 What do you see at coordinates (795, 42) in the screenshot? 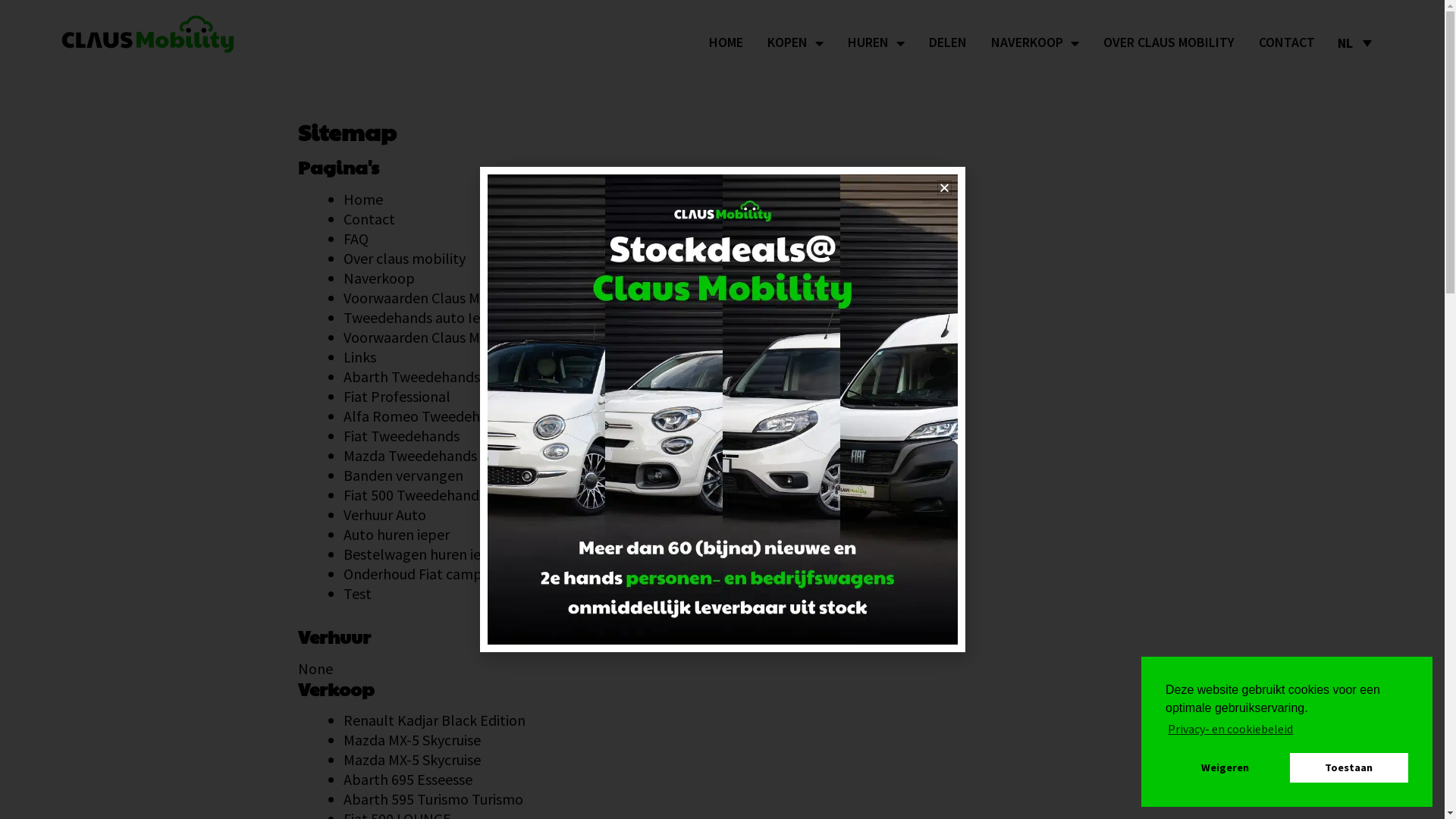
I see `'KOPEN'` at bounding box center [795, 42].